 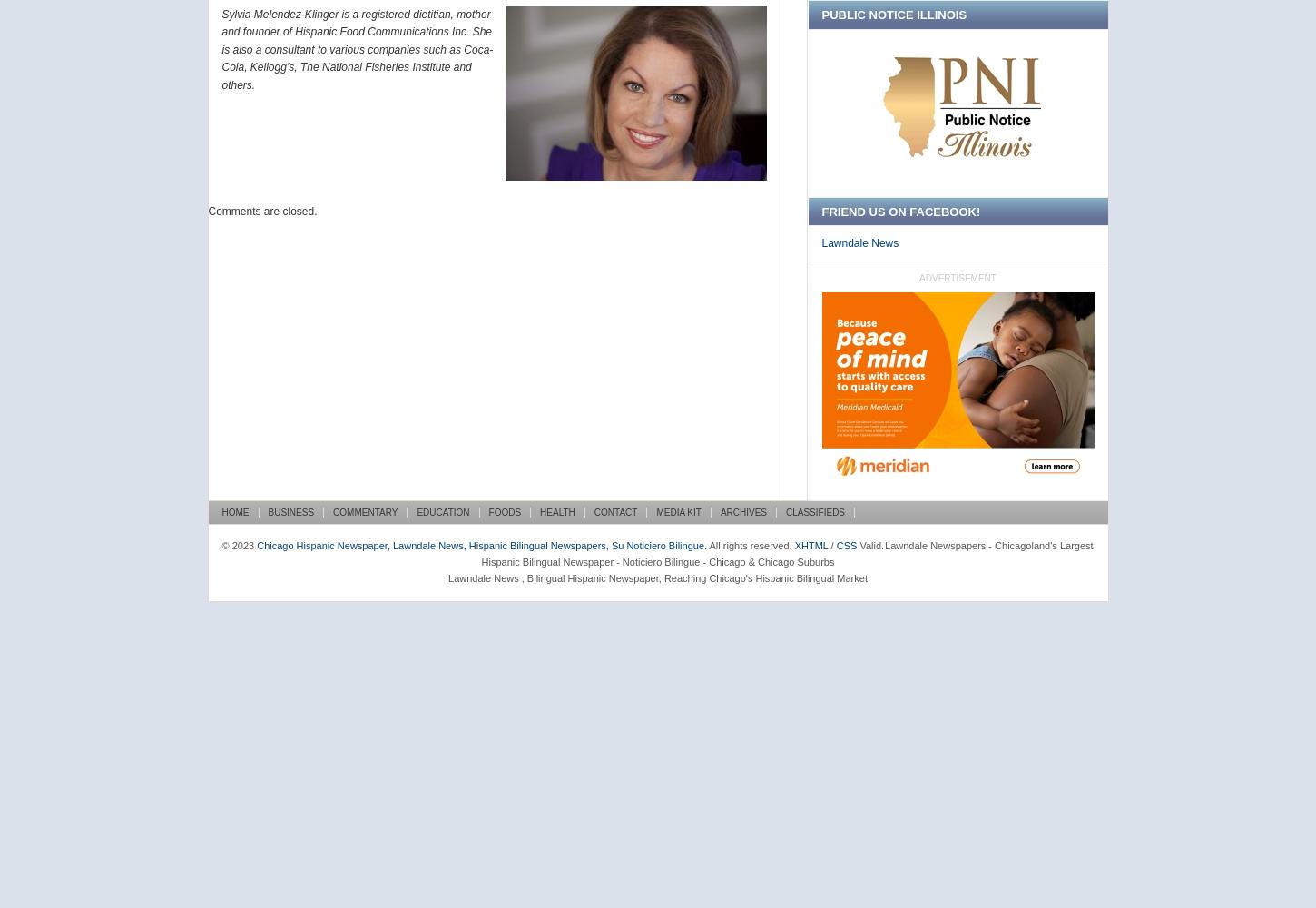 I want to click on 'XHTML', so click(x=810, y=544).